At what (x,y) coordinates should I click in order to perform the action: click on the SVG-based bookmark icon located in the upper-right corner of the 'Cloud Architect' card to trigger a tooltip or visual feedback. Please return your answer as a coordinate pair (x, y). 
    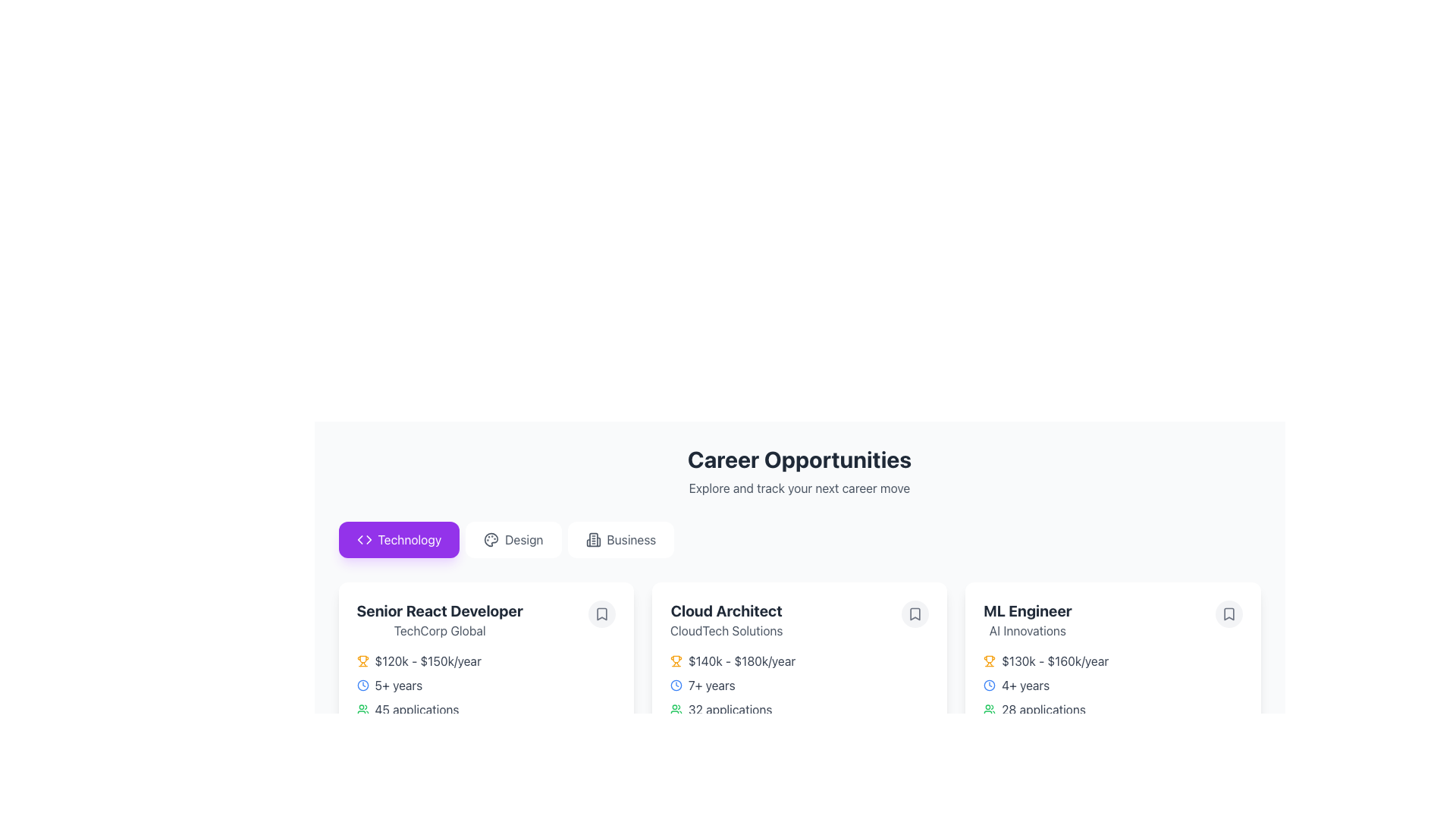
    Looking at the image, I should click on (915, 614).